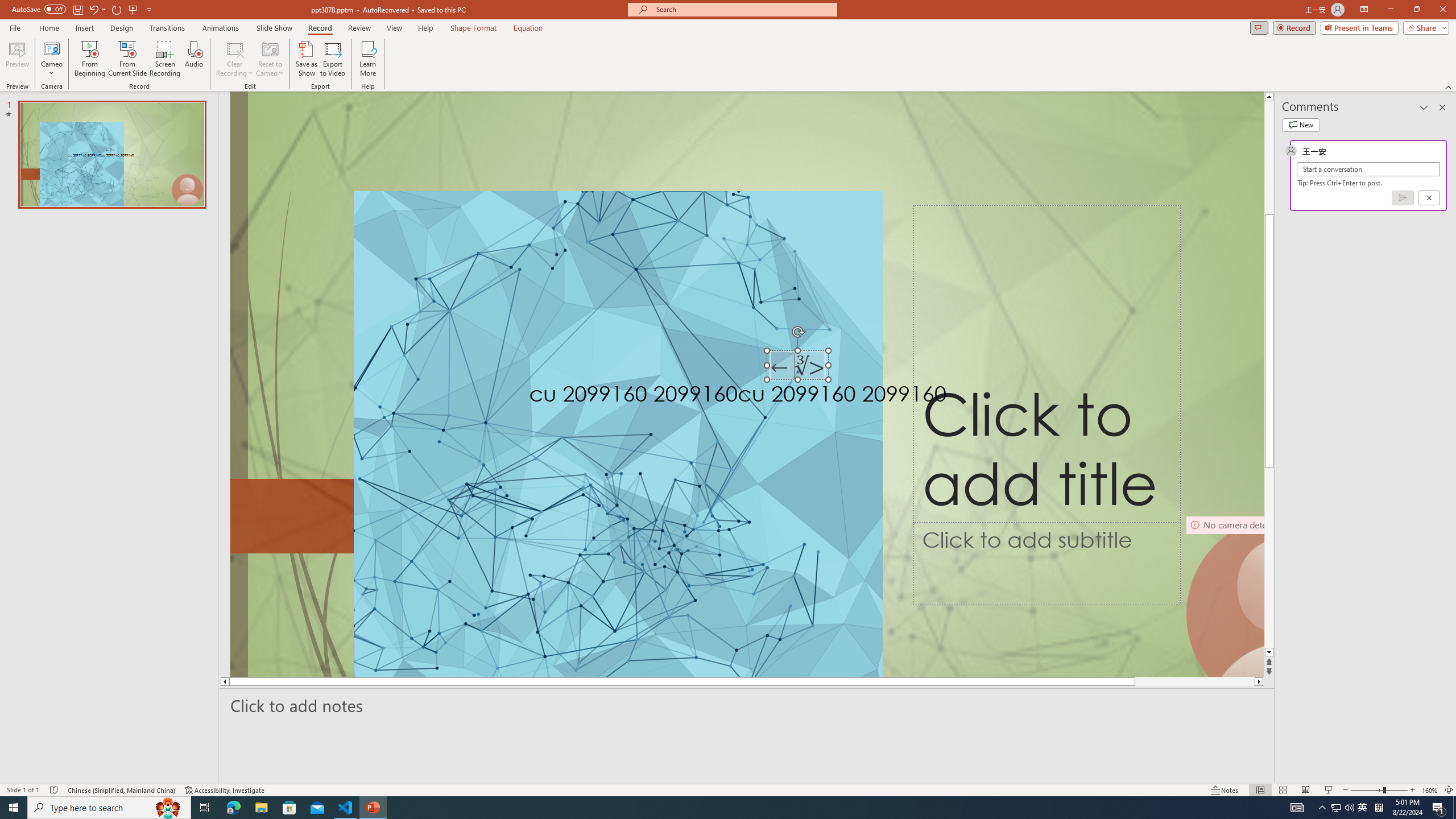 The height and width of the screenshot is (819, 1456). I want to click on 'TextBox 7', so click(797, 366).